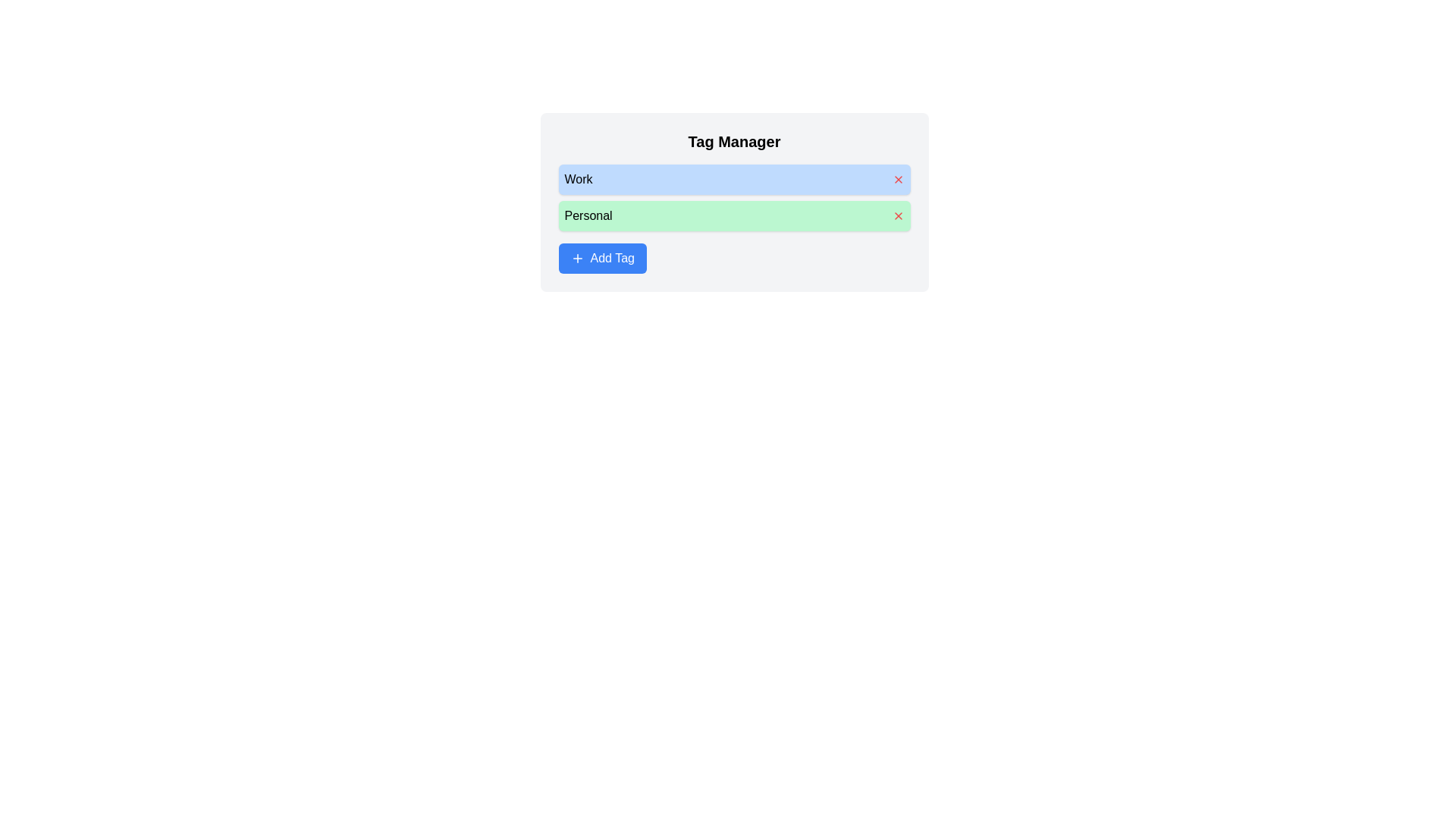 This screenshot has width=1456, height=819. I want to click on text of the 'Personal' label, which is centrally aligned within a green rectangular box in the tag management interface, so click(588, 216).